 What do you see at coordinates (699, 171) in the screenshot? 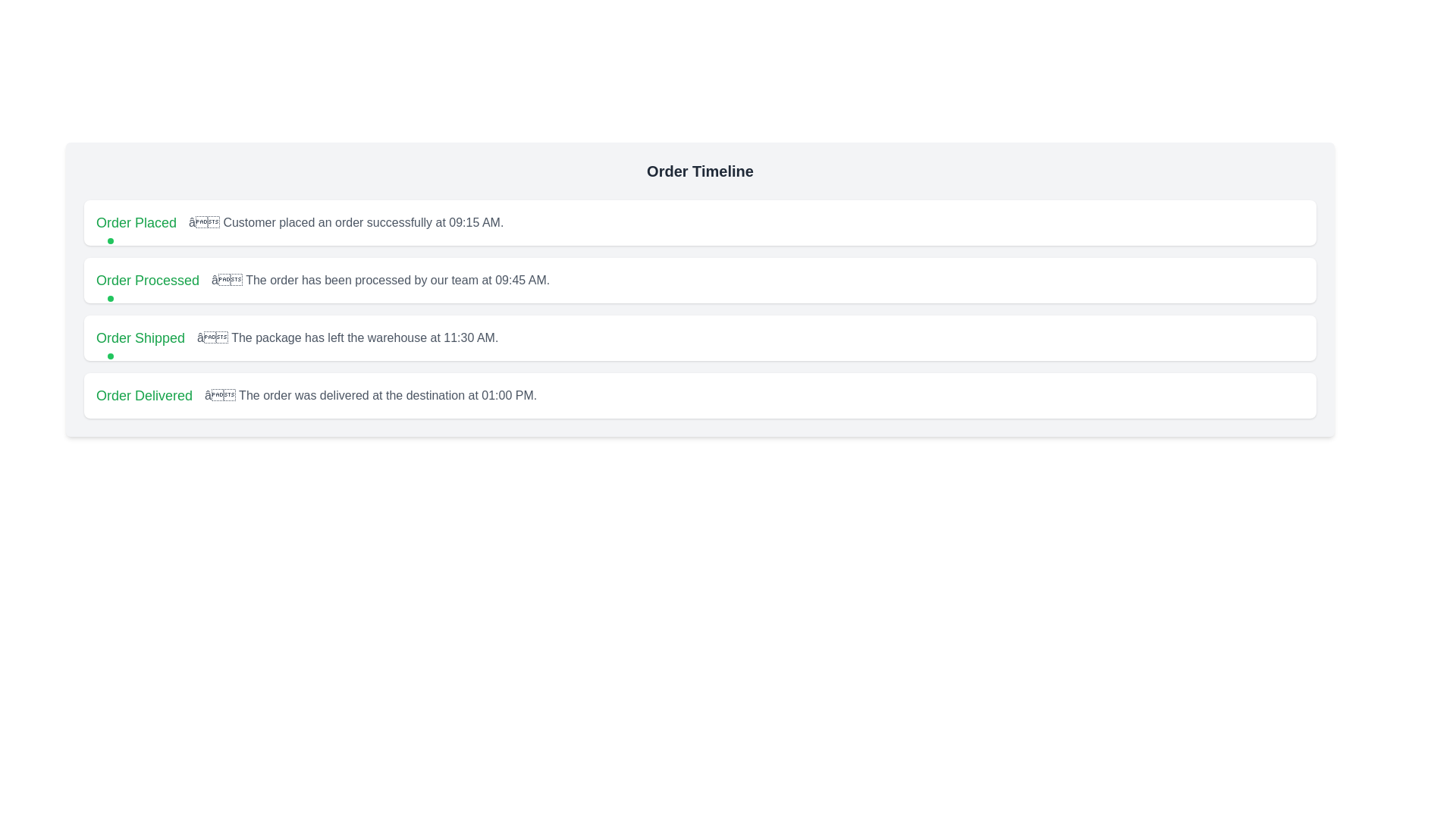
I see `the bold and centered header text 'Order Timeline' which is styled with a large font and located at the top of the order timeline panel` at bounding box center [699, 171].